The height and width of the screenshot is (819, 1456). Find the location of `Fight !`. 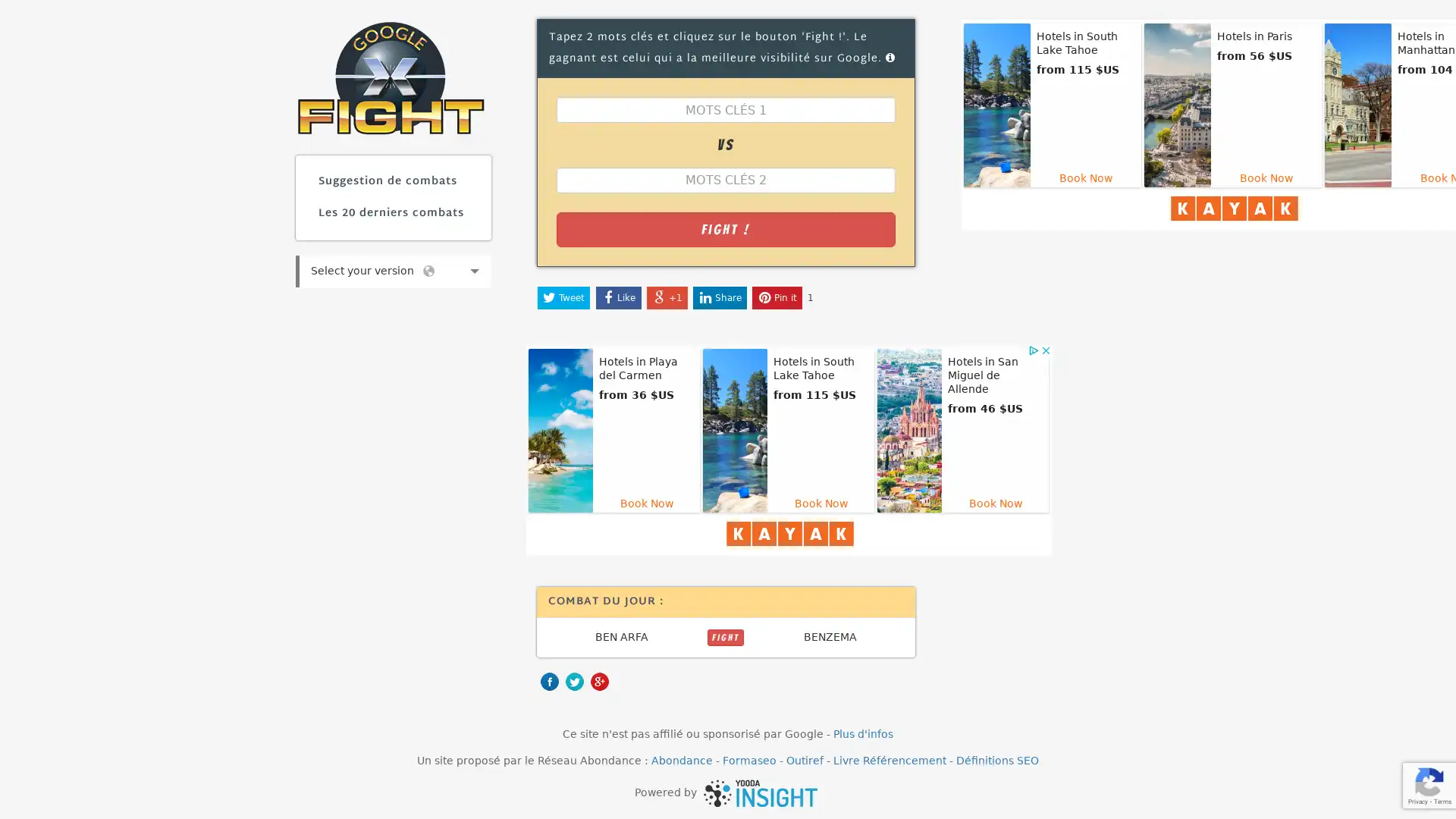

Fight ! is located at coordinates (724, 228).